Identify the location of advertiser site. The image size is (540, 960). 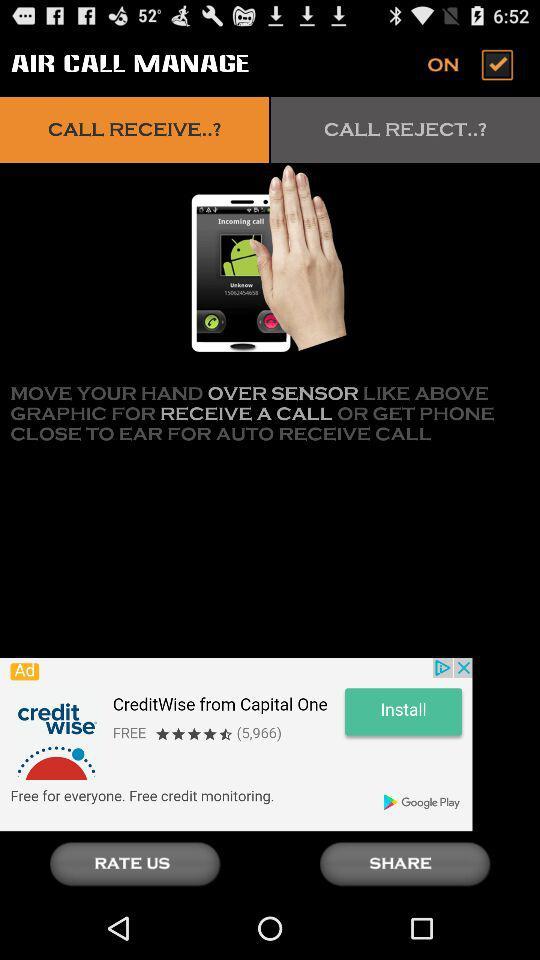
(235, 743).